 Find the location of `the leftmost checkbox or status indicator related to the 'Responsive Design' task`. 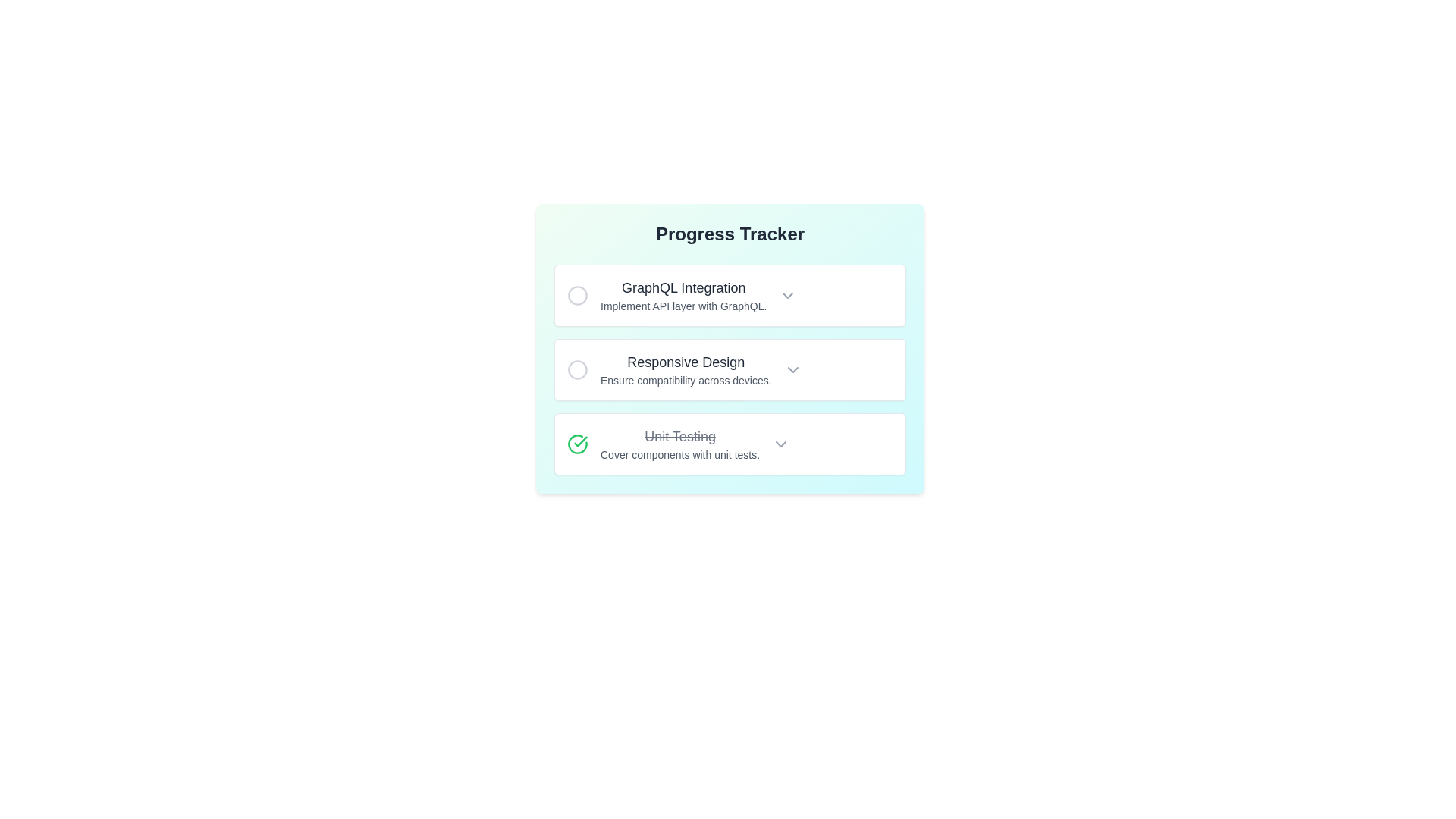

the leftmost checkbox or status indicator related to the 'Responsive Design' task is located at coordinates (577, 370).